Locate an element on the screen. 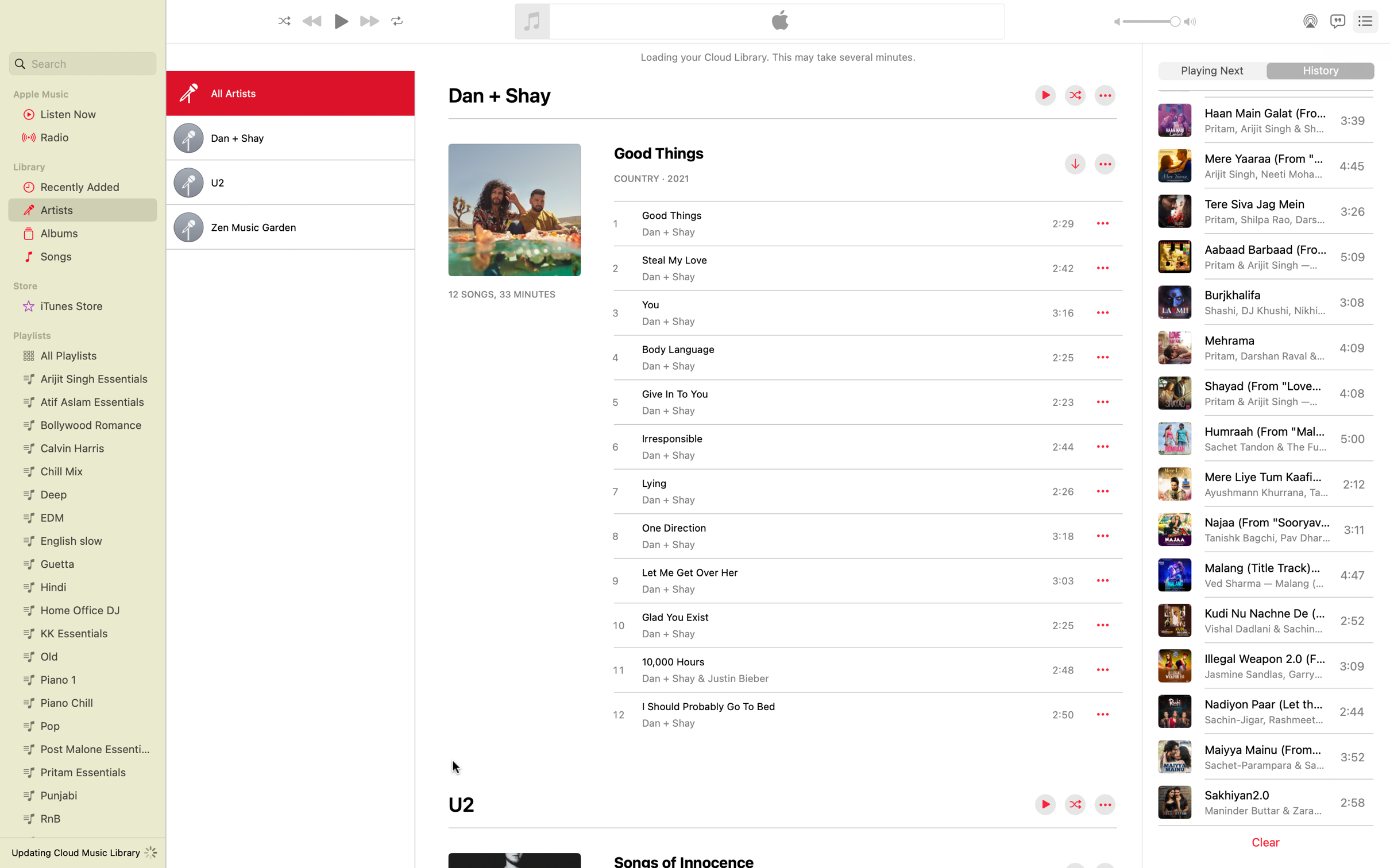  the song "One Direction is located at coordinates (842, 534).